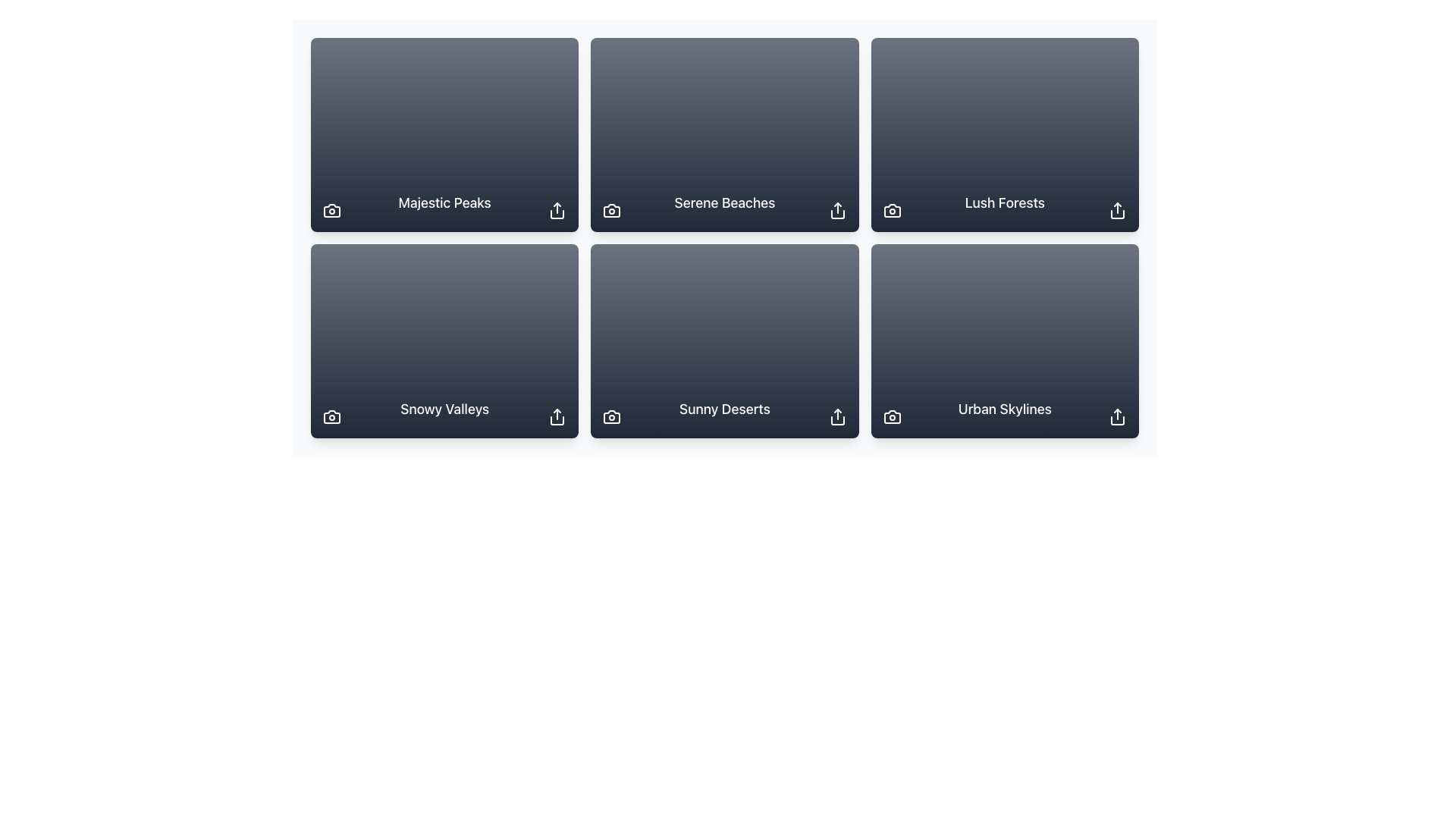  Describe the element at coordinates (1005, 133) in the screenshot. I see `the third card in the top row of the gallery layout` at that location.